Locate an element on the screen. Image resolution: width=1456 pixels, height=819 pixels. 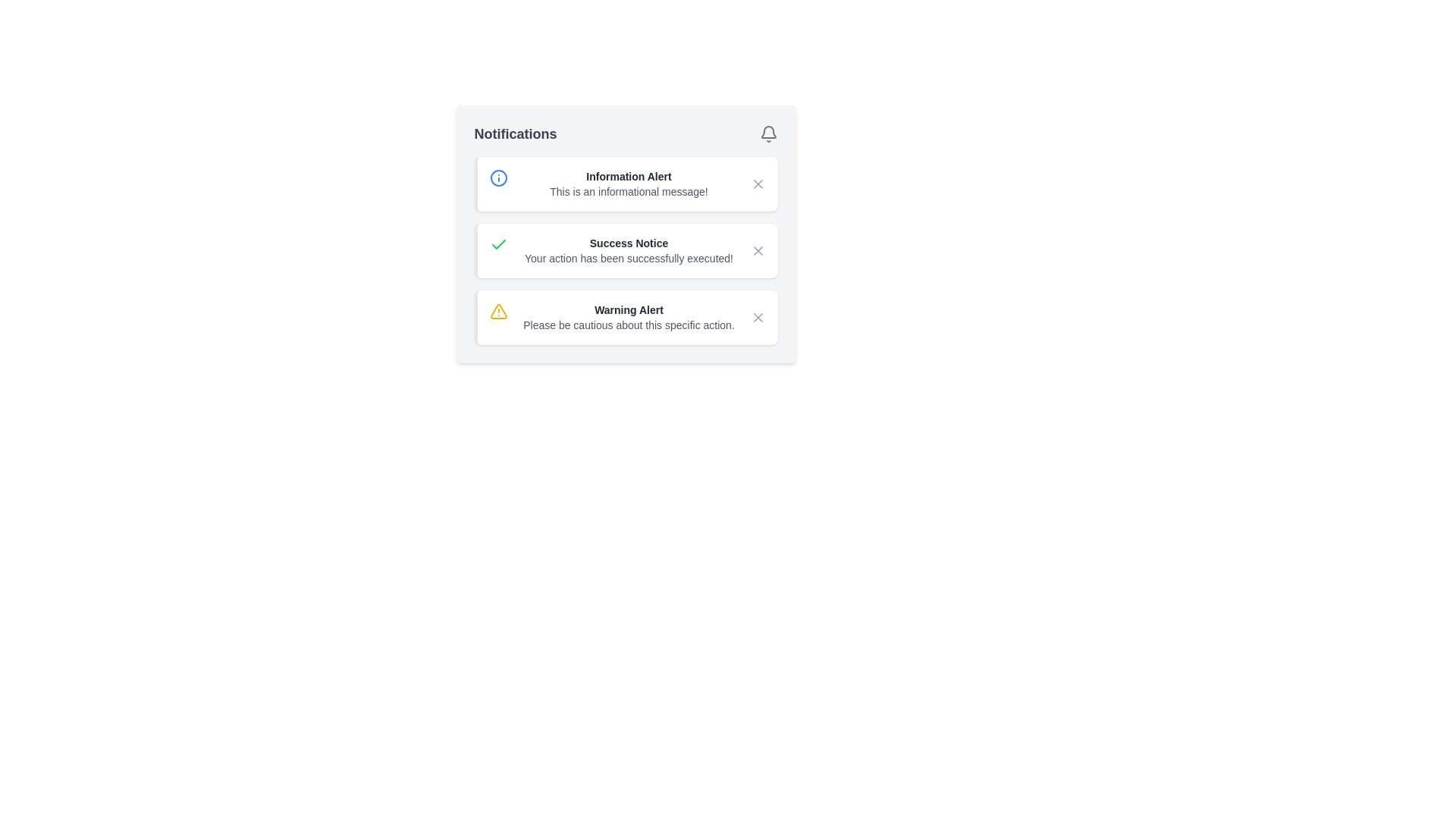
the green checkmark icon located in the top-left corner of the 'Success Notice' notification box, indicating success or confirmation is located at coordinates (498, 250).